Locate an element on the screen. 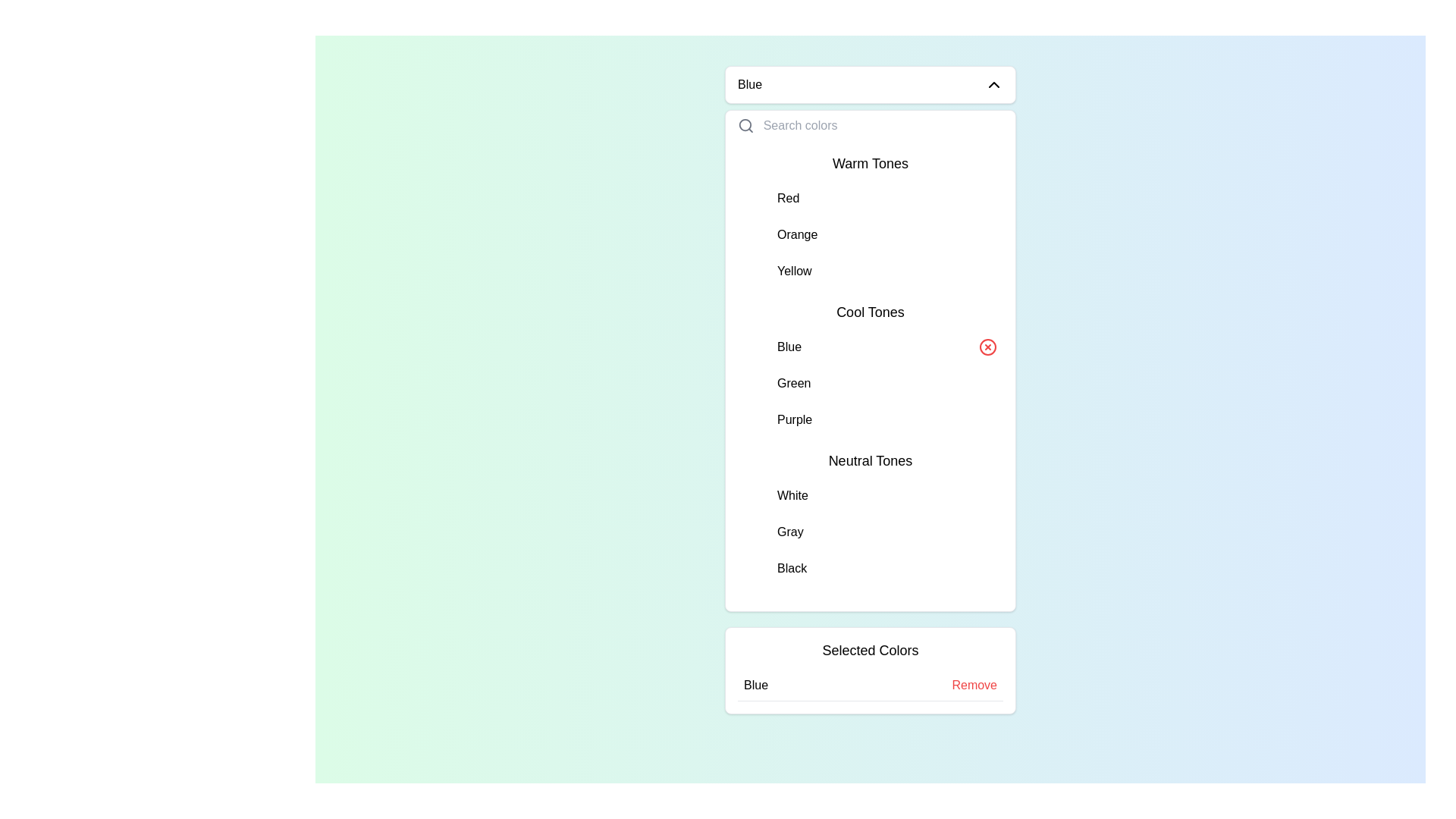 The width and height of the screenshot is (1456, 819). the currently selected color display text located in the top section of the dropdown menu, directly to the left of the dropdown chevron is located at coordinates (749, 84).